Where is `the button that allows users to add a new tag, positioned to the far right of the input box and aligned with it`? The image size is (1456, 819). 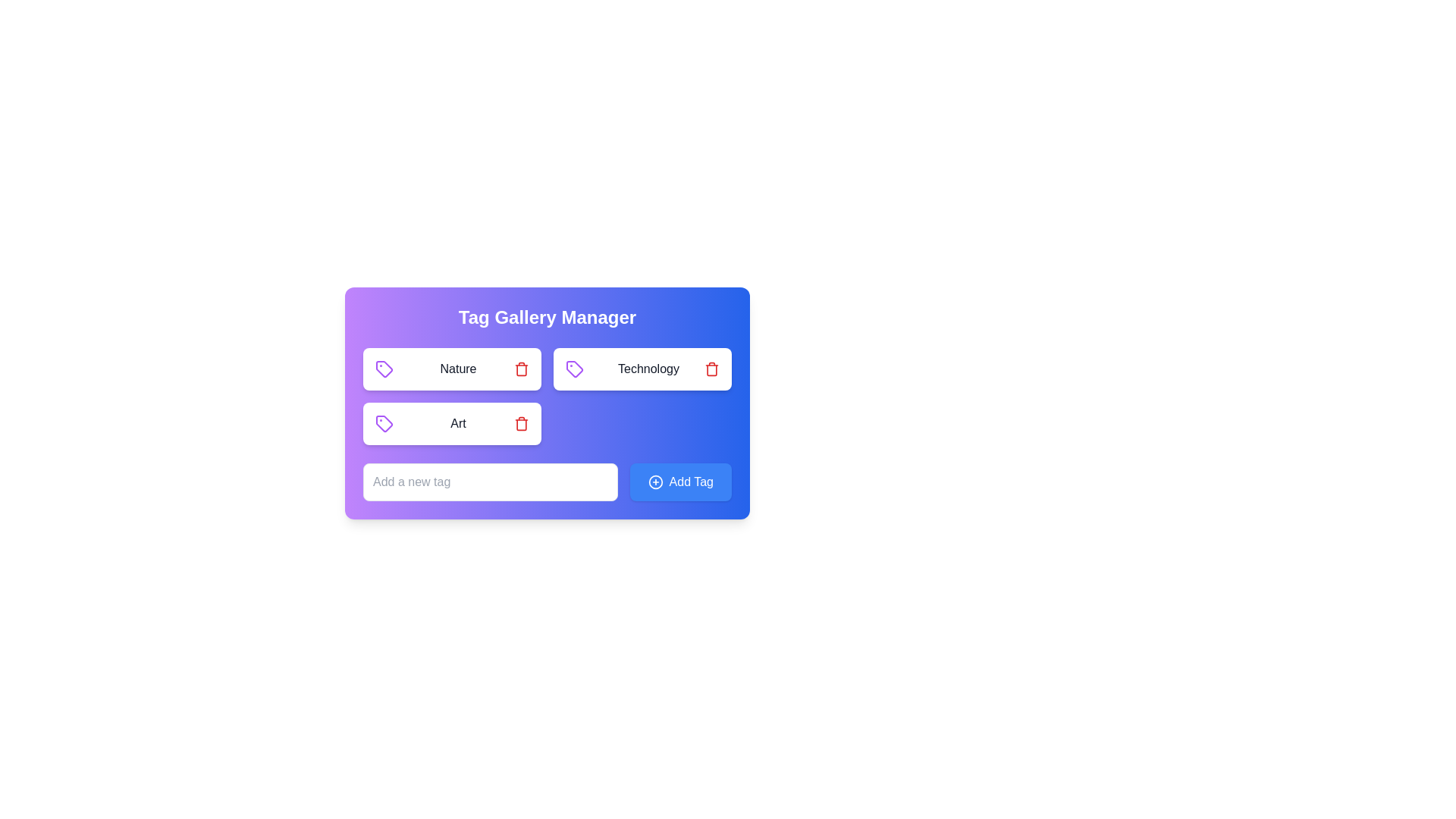 the button that allows users to add a new tag, positioned to the far right of the input box and aligned with it is located at coordinates (679, 482).